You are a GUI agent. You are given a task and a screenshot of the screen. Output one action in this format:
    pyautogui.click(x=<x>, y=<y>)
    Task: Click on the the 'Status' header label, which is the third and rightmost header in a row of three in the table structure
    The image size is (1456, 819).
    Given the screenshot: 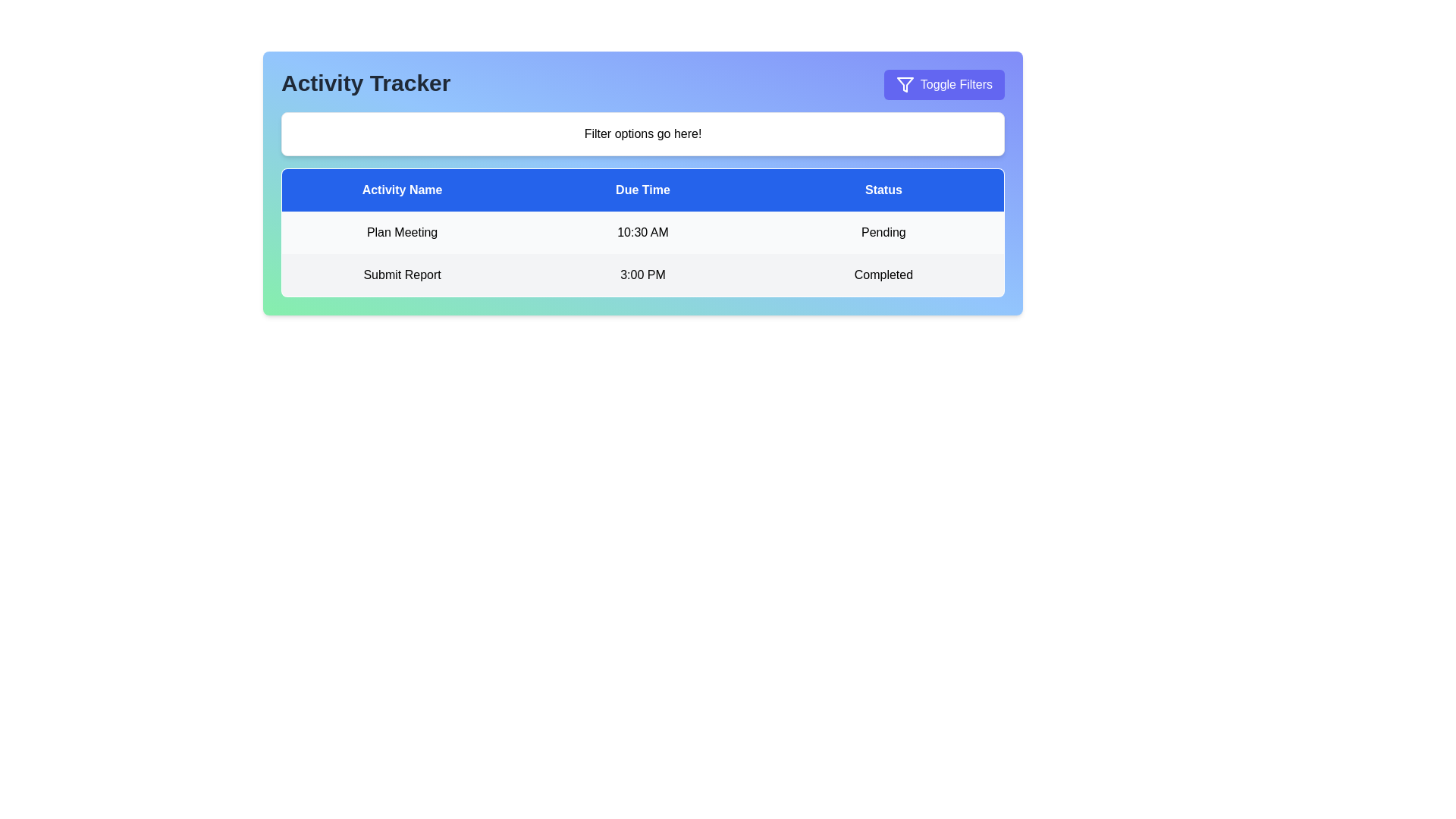 What is the action you would take?
    pyautogui.click(x=883, y=189)
    